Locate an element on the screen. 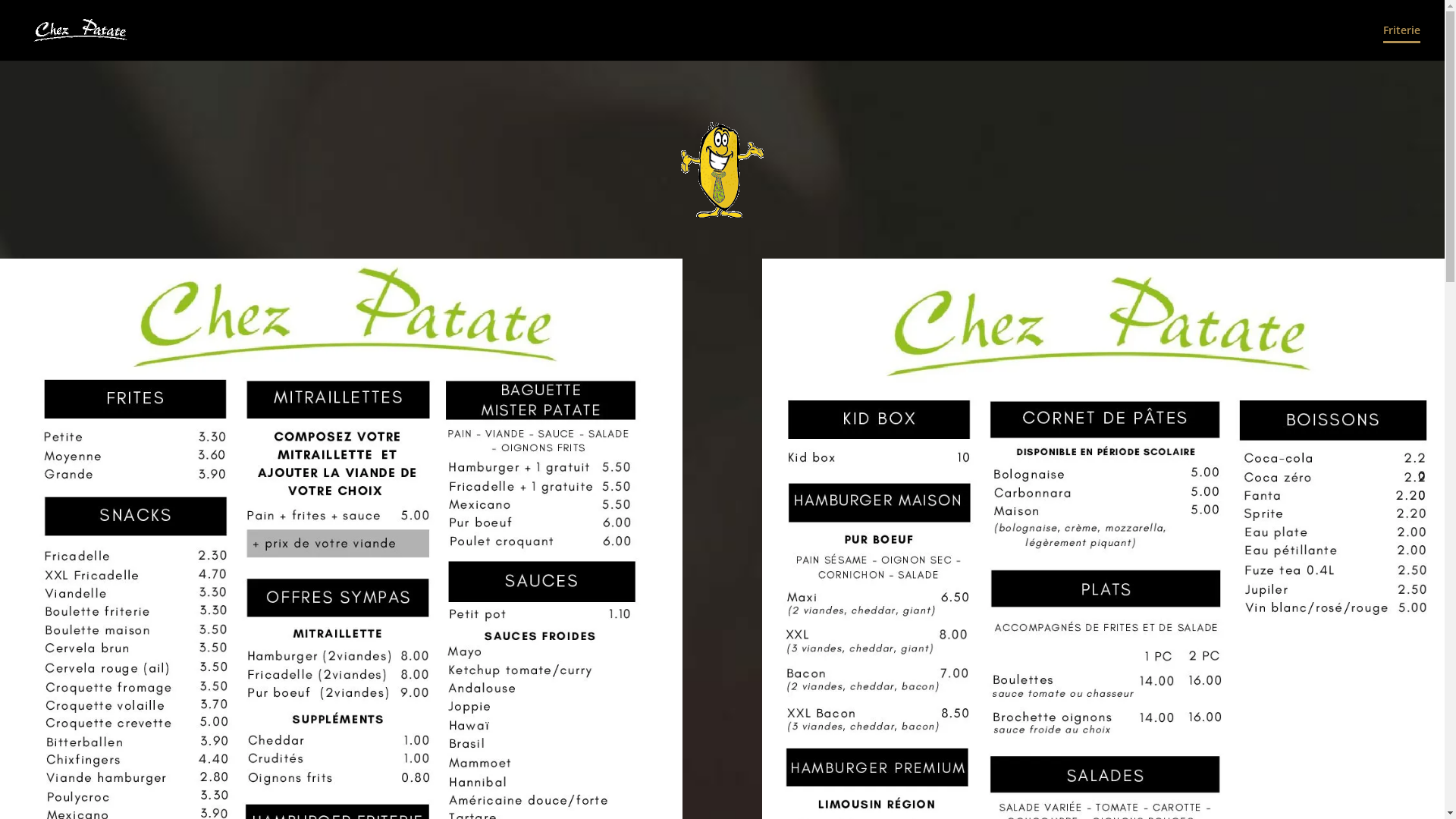 The height and width of the screenshot is (819, 1456). 'Friterie' is located at coordinates (1401, 42).